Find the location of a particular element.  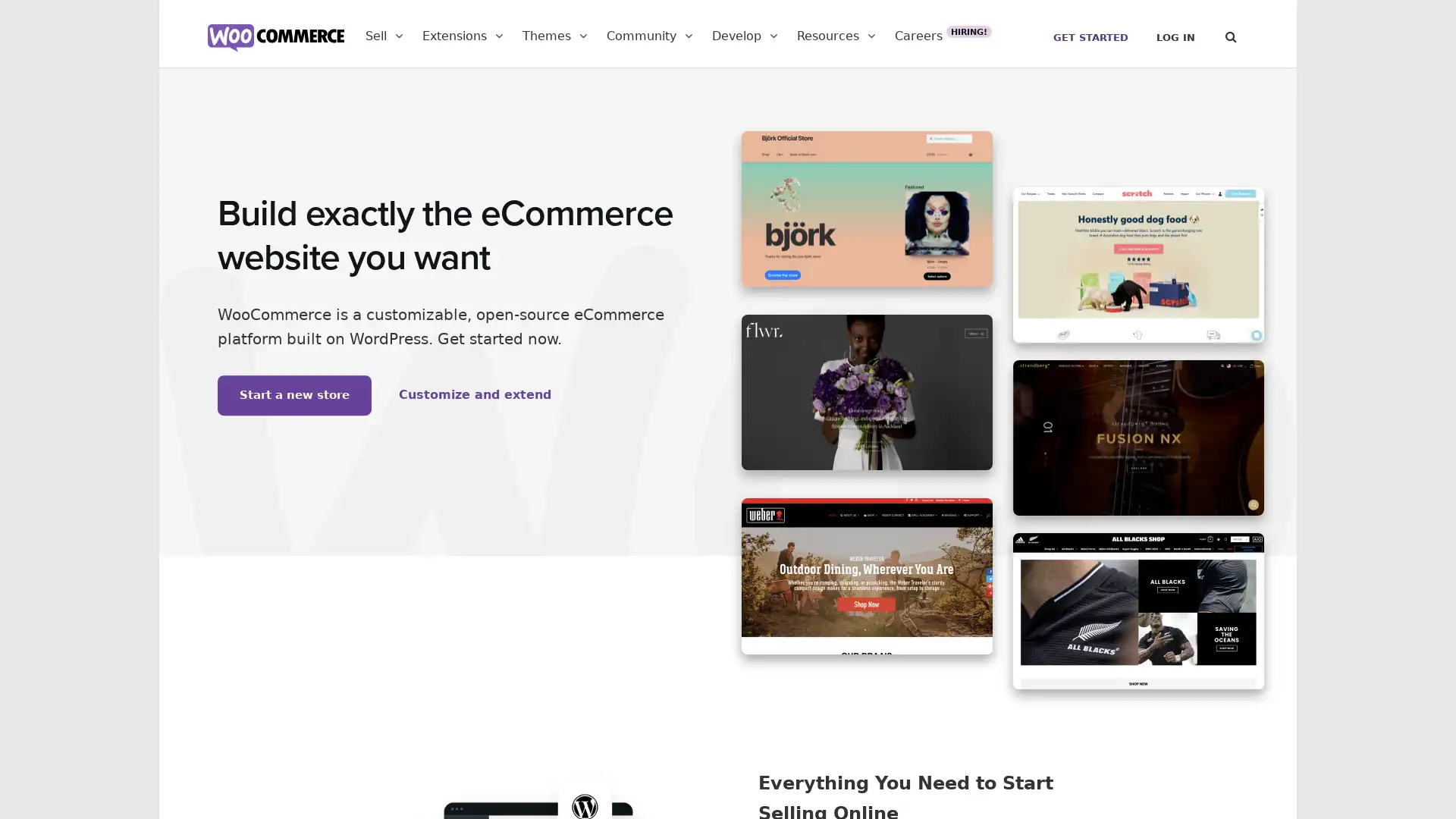

Search is located at coordinates (1231, 36).